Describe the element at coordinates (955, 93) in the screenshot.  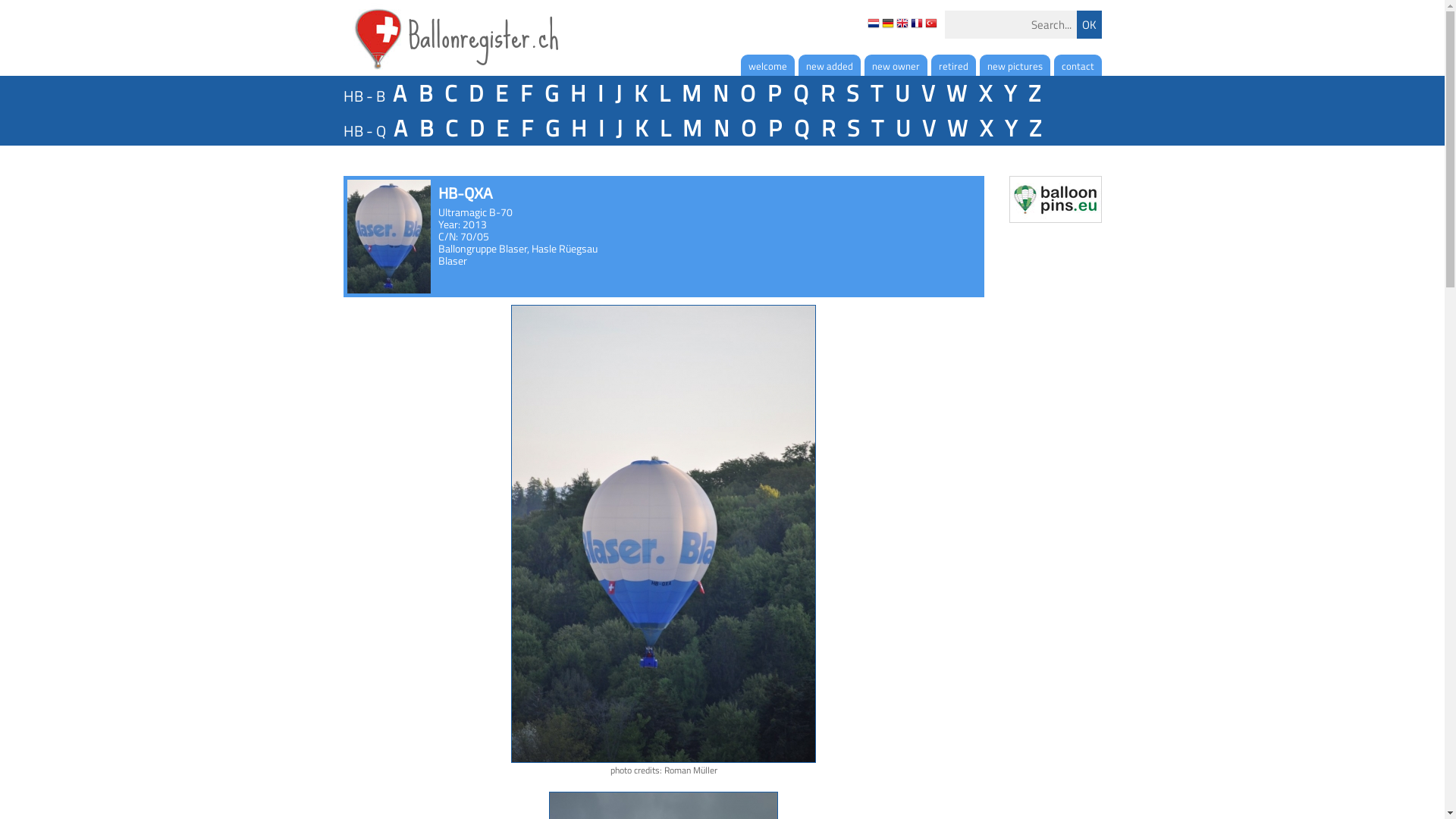
I see `'W'` at that location.